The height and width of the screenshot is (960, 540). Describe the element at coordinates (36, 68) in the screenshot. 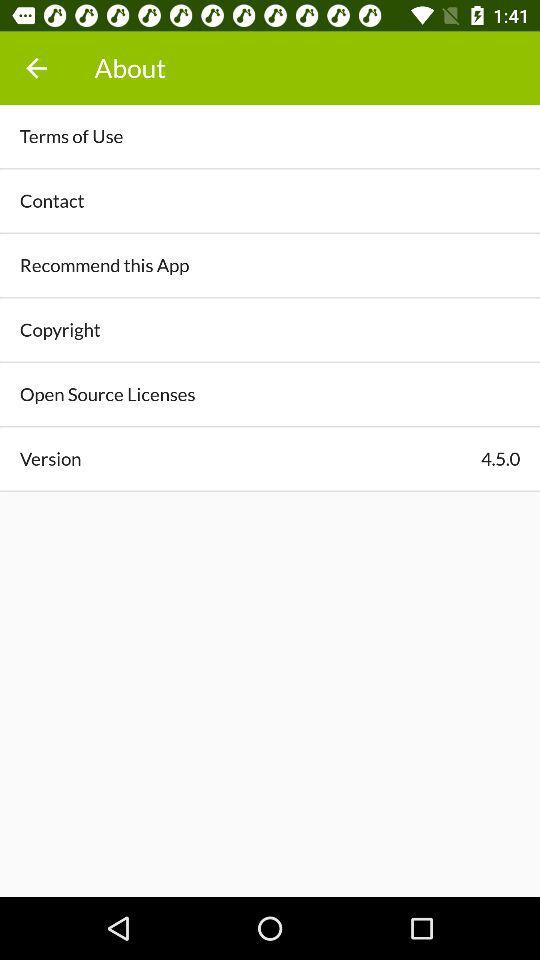

I see `the icon to the left of the about` at that location.